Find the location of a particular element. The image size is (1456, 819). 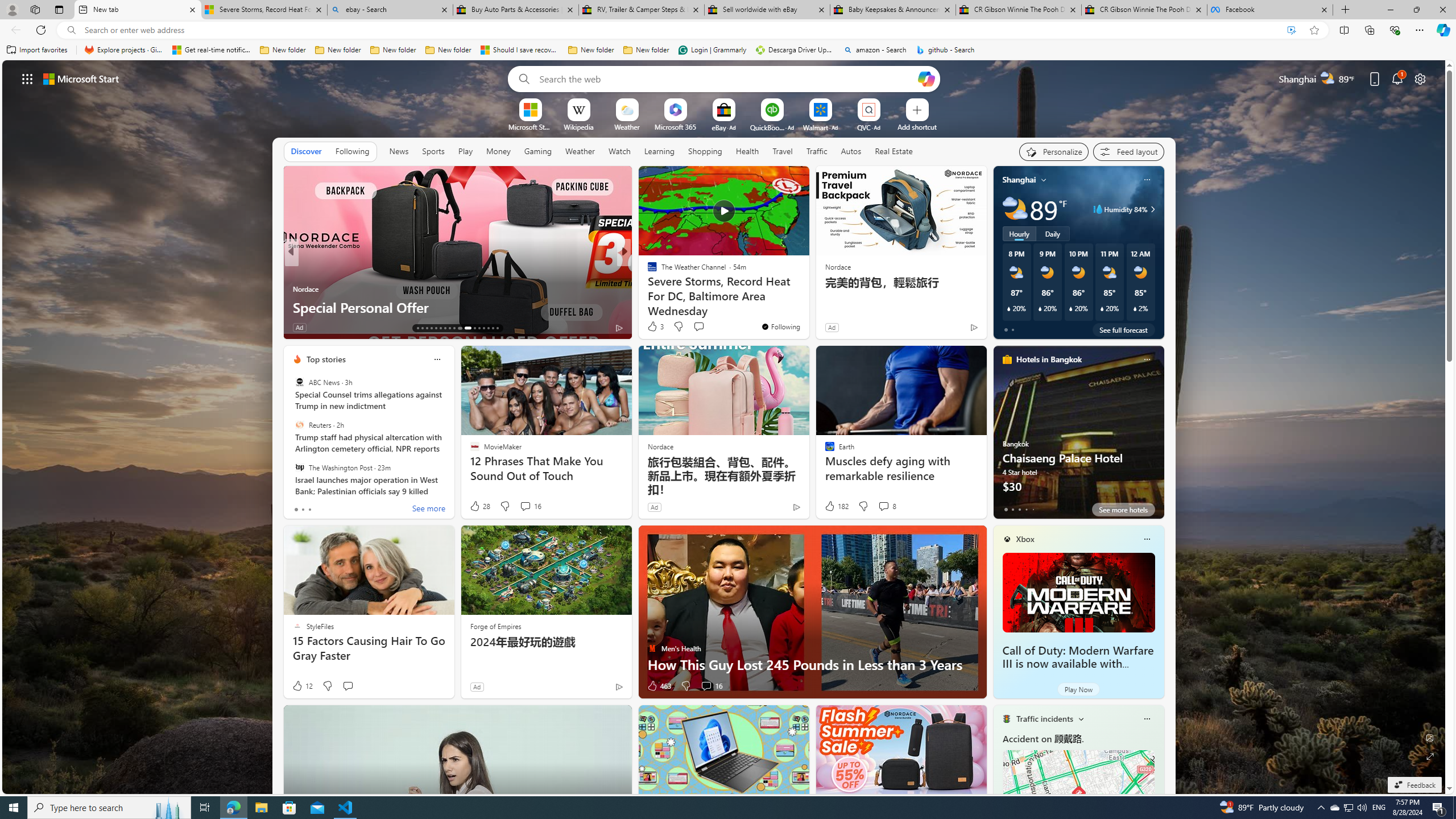

'More options' is located at coordinates (1146, 718).